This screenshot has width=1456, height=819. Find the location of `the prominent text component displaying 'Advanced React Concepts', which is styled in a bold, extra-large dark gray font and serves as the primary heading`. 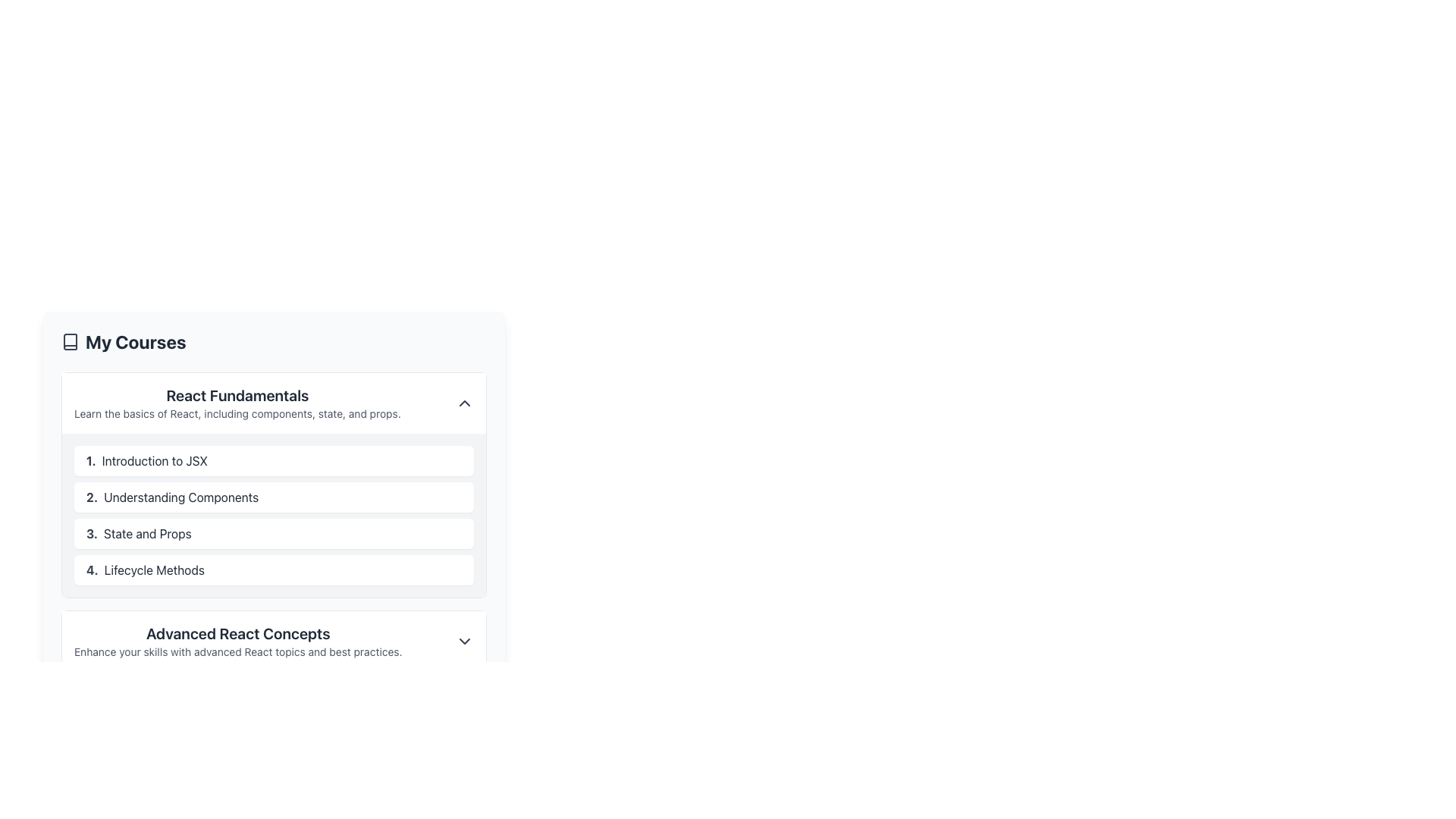

the prominent text component displaying 'Advanced React Concepts', which is styled in a bold, extra-large dark gray font and serves as the primary heading is located at coordinates (237, 634).